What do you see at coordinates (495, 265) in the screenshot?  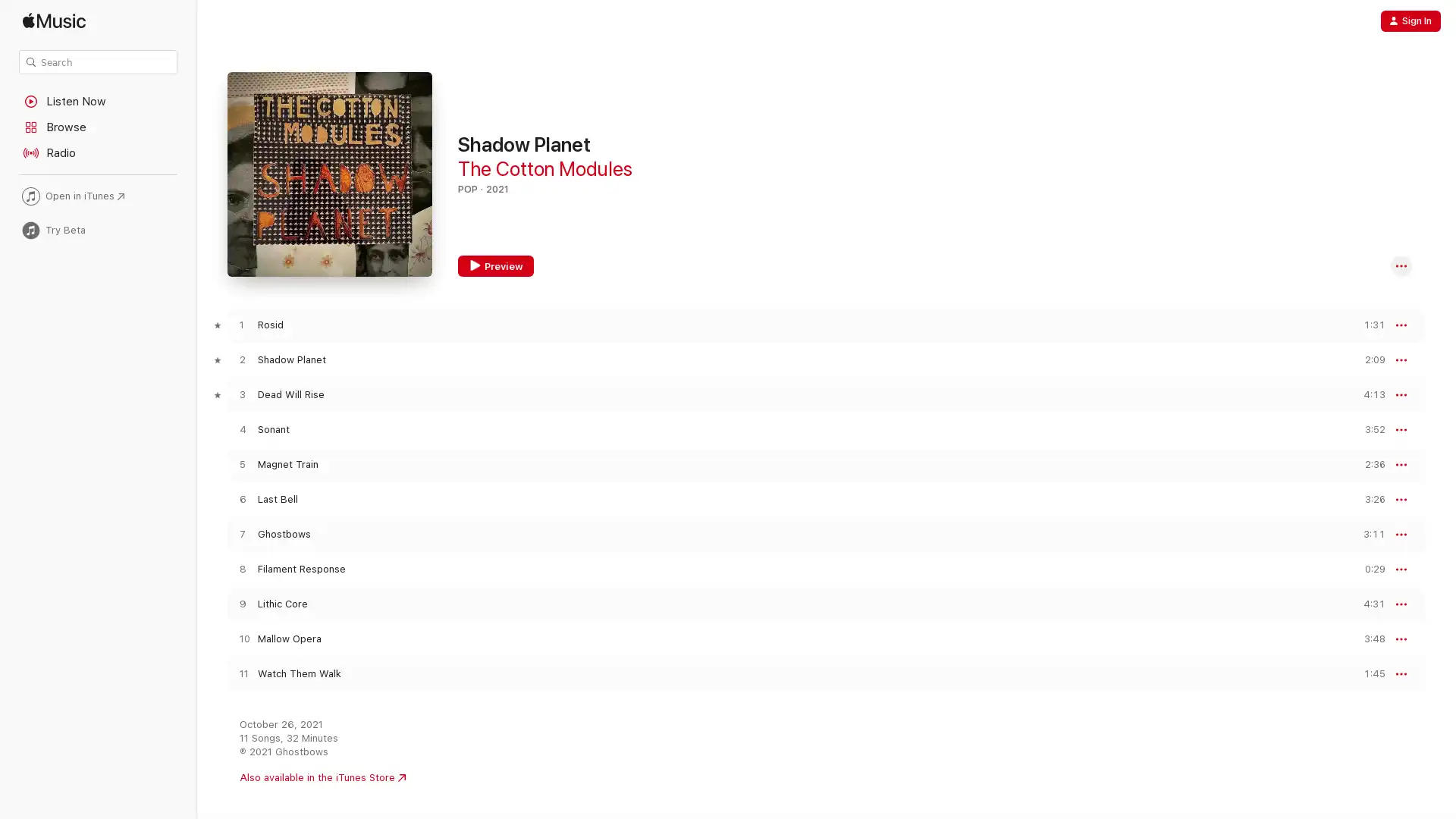 I see `Preview` at bounding box center [495, 265].